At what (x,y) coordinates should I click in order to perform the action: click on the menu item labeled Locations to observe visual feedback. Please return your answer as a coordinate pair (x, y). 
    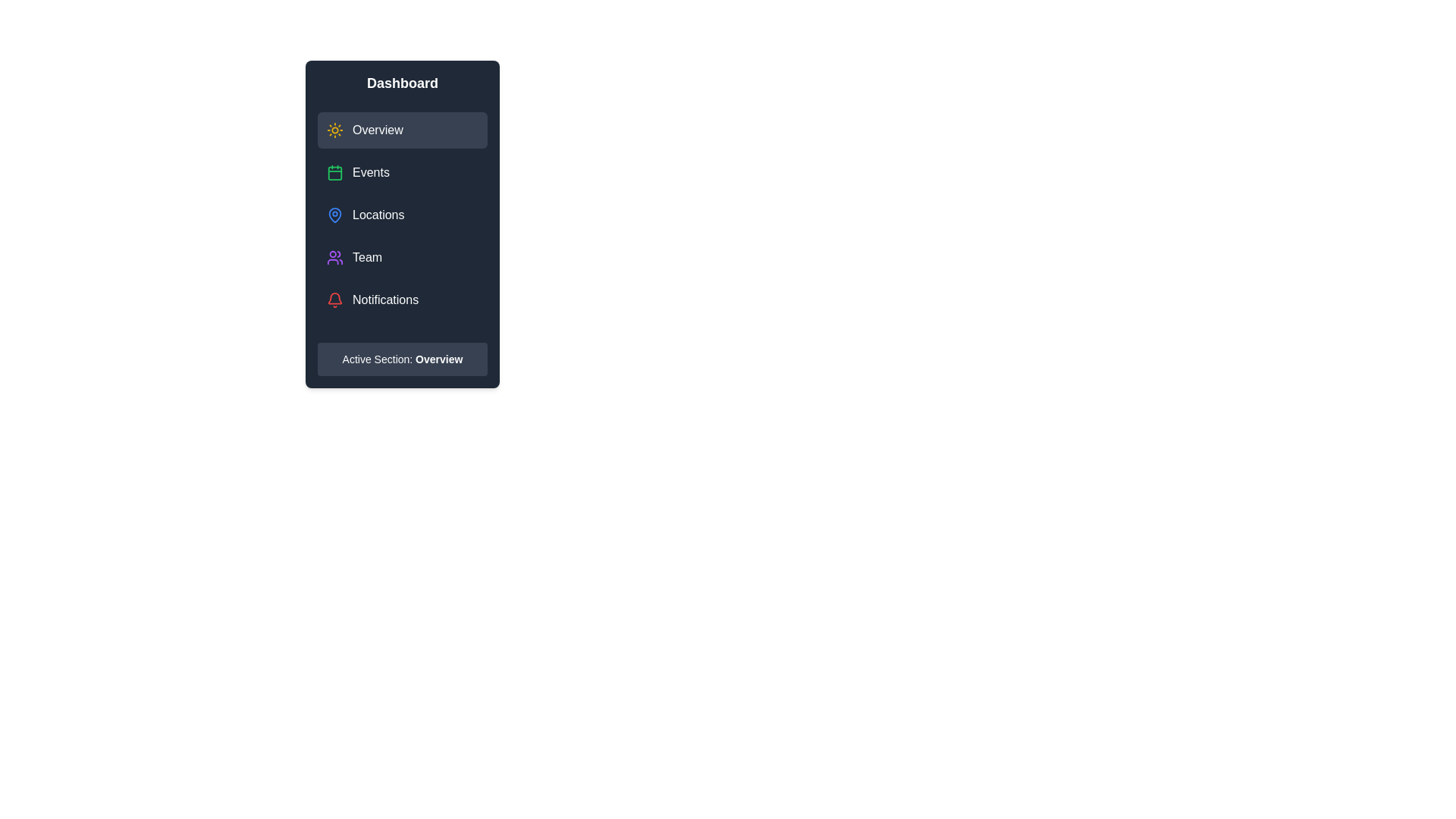
    Looking at the image, I should click on (403, 215).